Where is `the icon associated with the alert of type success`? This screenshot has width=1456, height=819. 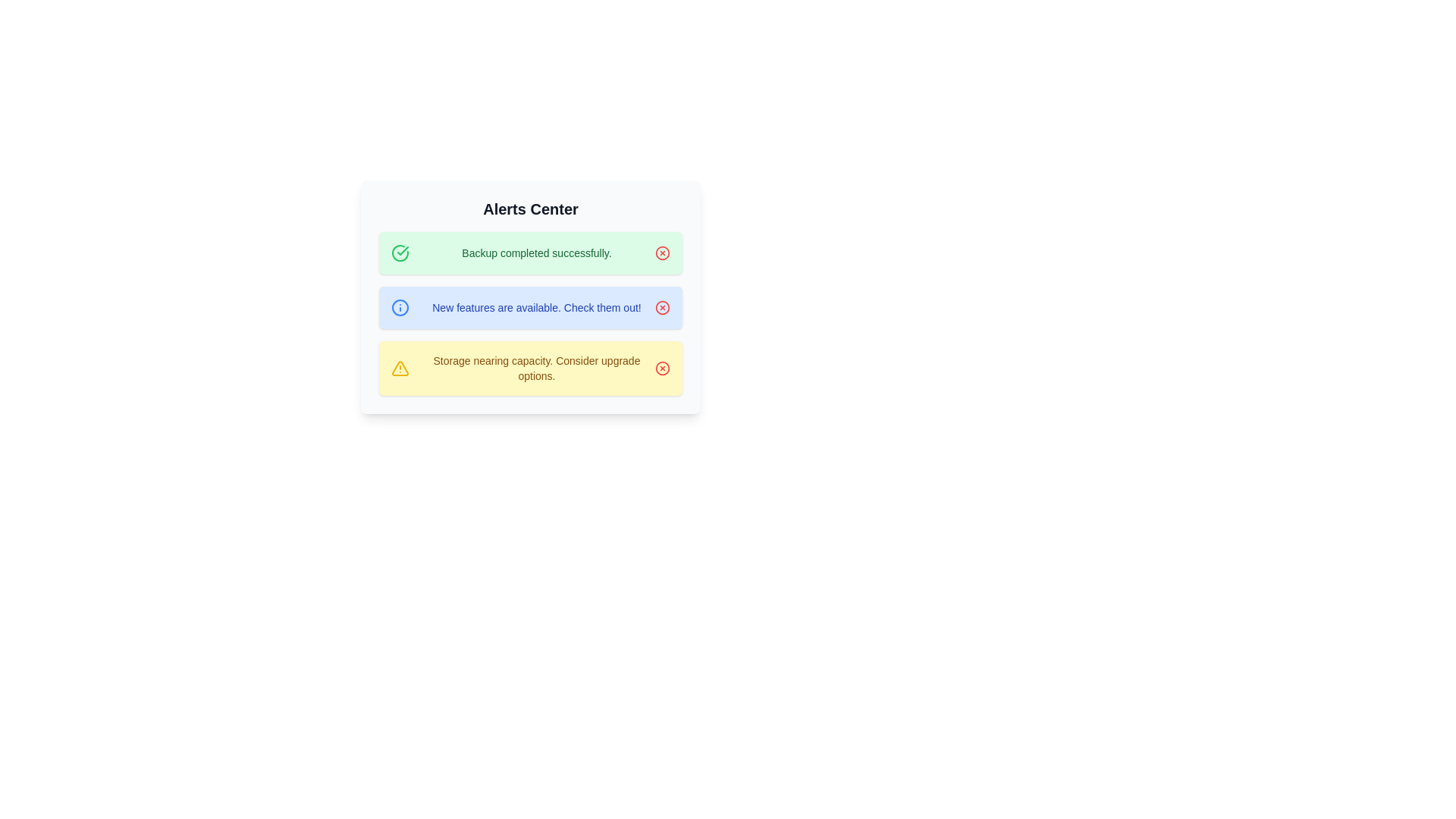 the icon associated with the alert of type success is located at coordinates (400, 253).